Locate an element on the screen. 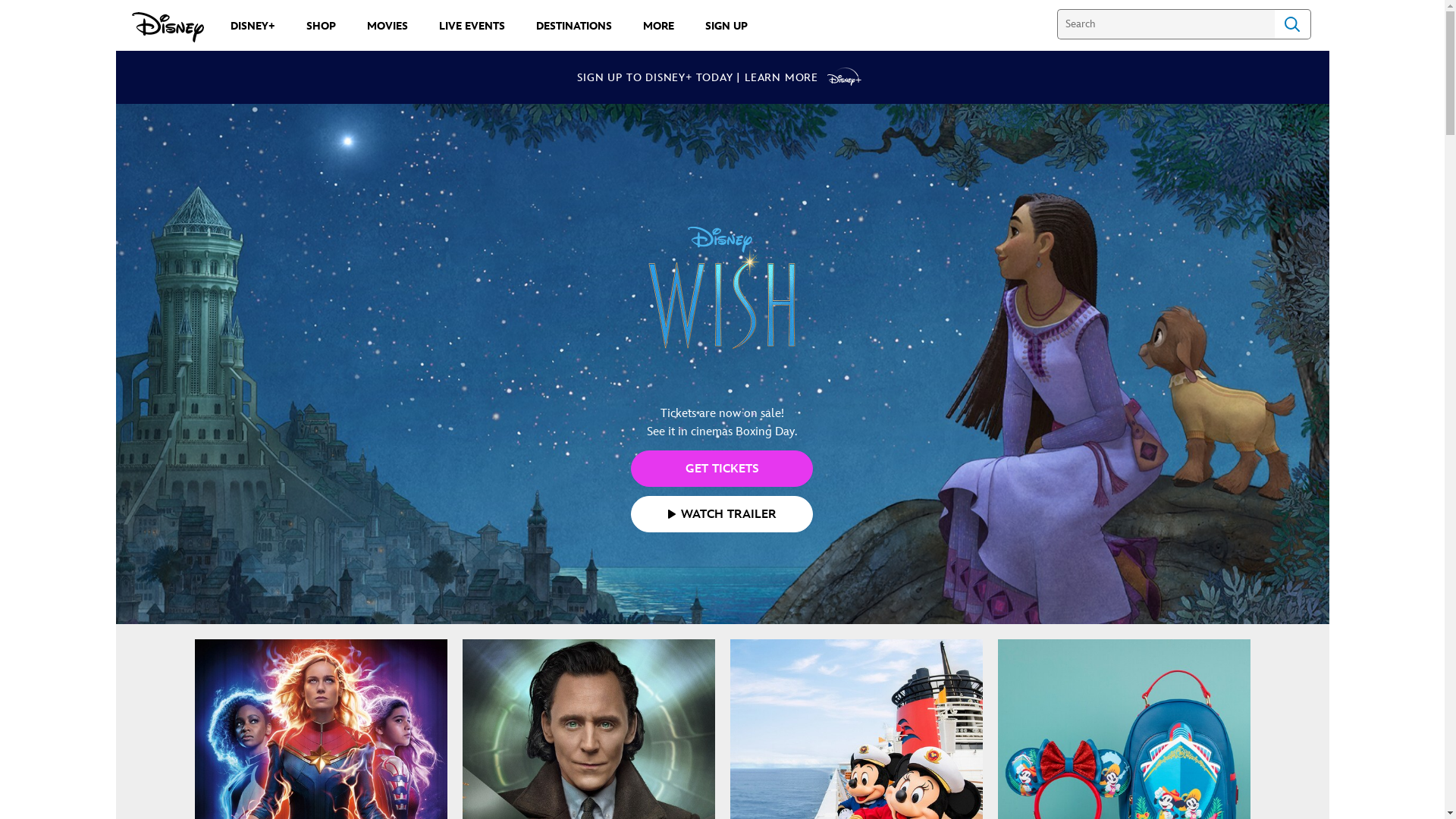 The width and height of the screenshot is (1456, 819). 'MORE' is located at coordinates (658, 25).